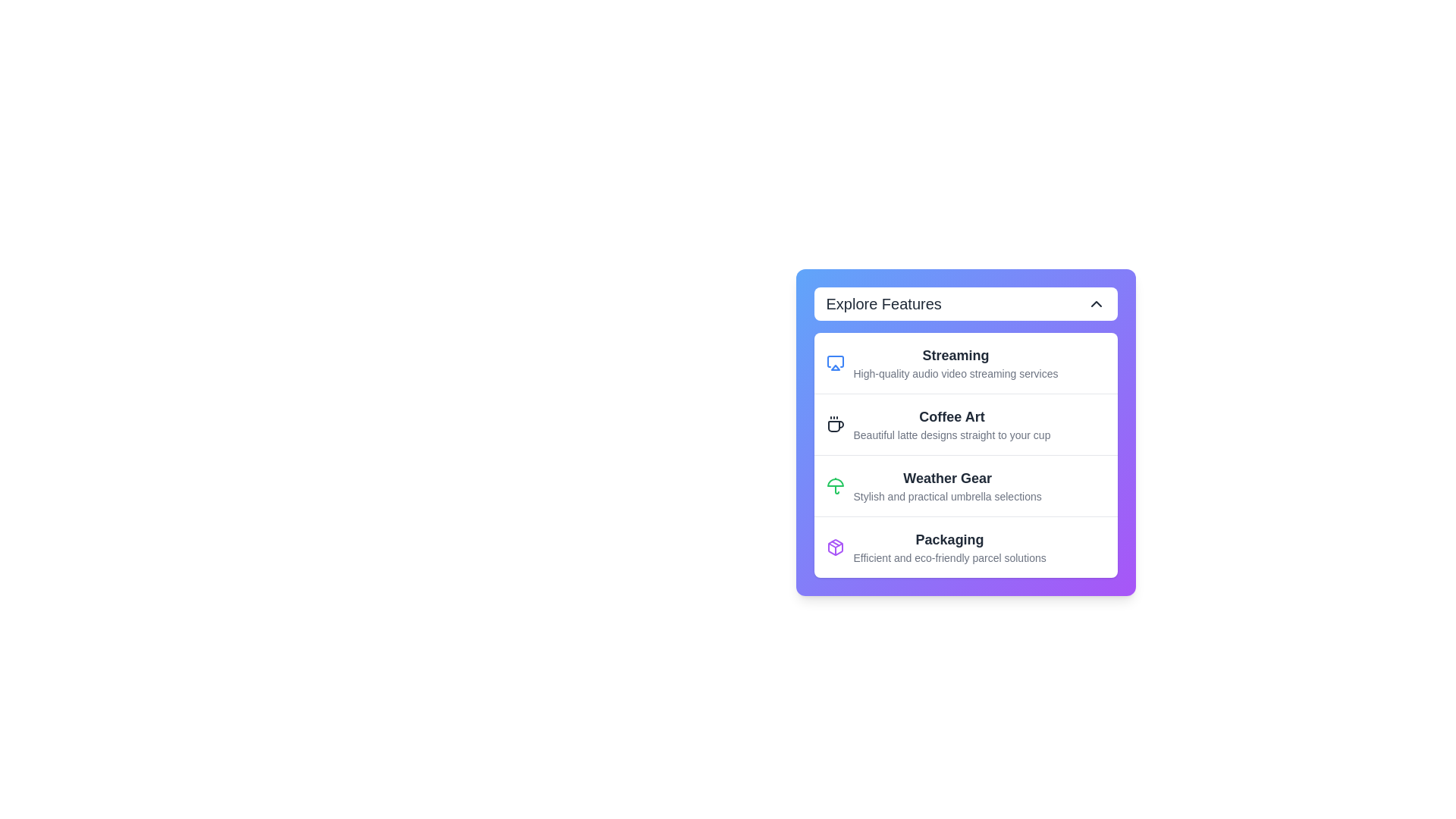 Image resolution: width=1456 pixels, height=819 pixels. What do you see at coordinates (834, 362) in the screenshot?
I see `the first icon representing the 'Streaming' feature in the 'Explore Features' section, positioned to the left of the text 'Streaming'` at bounding box center [834, 362].